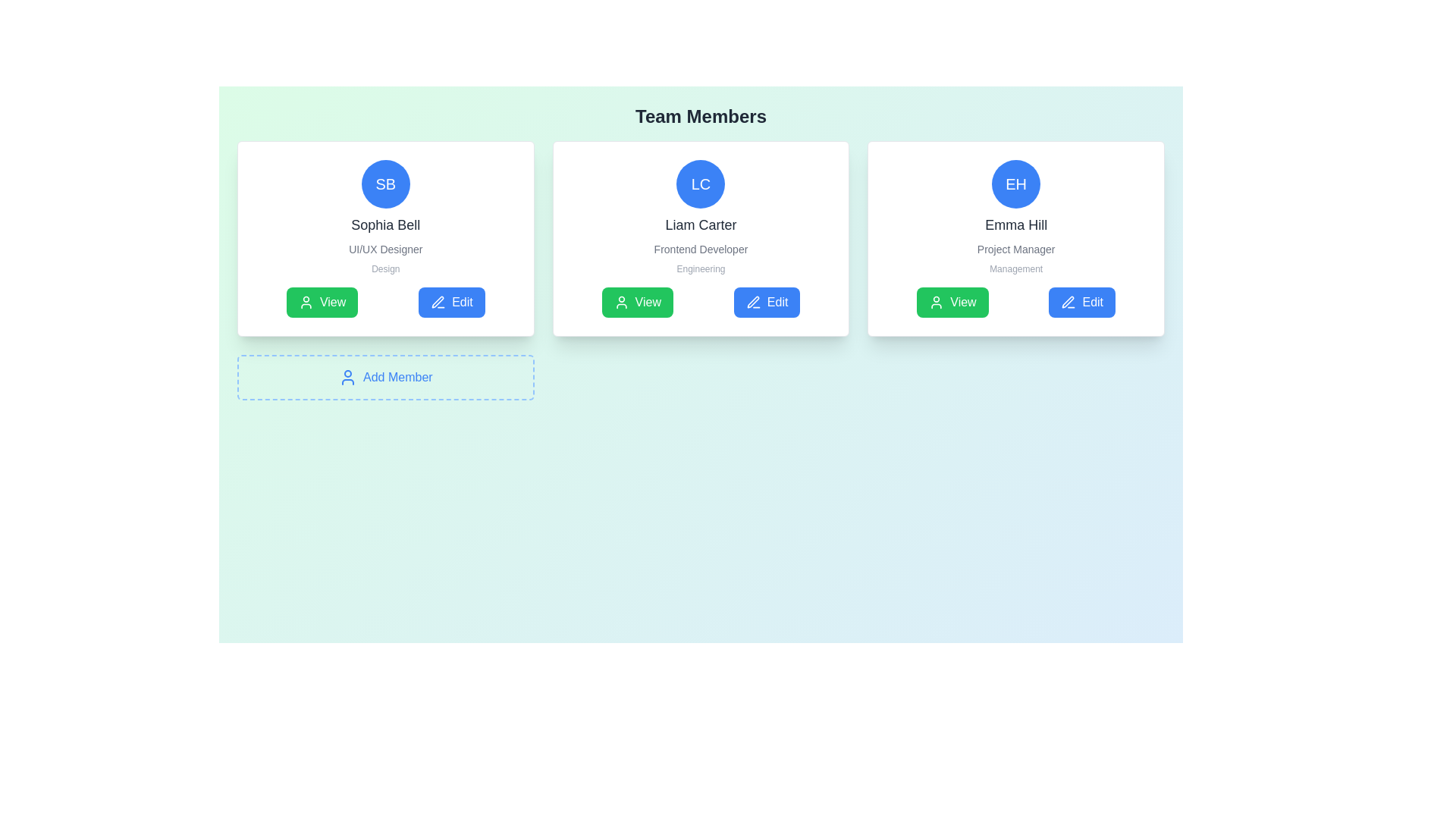 The image size is (1456, 819). Describe the element at coordinates (322, 302) in the screenshot. I see `the first button in the horizontal group located at the lower section of the first team member card` at that location.